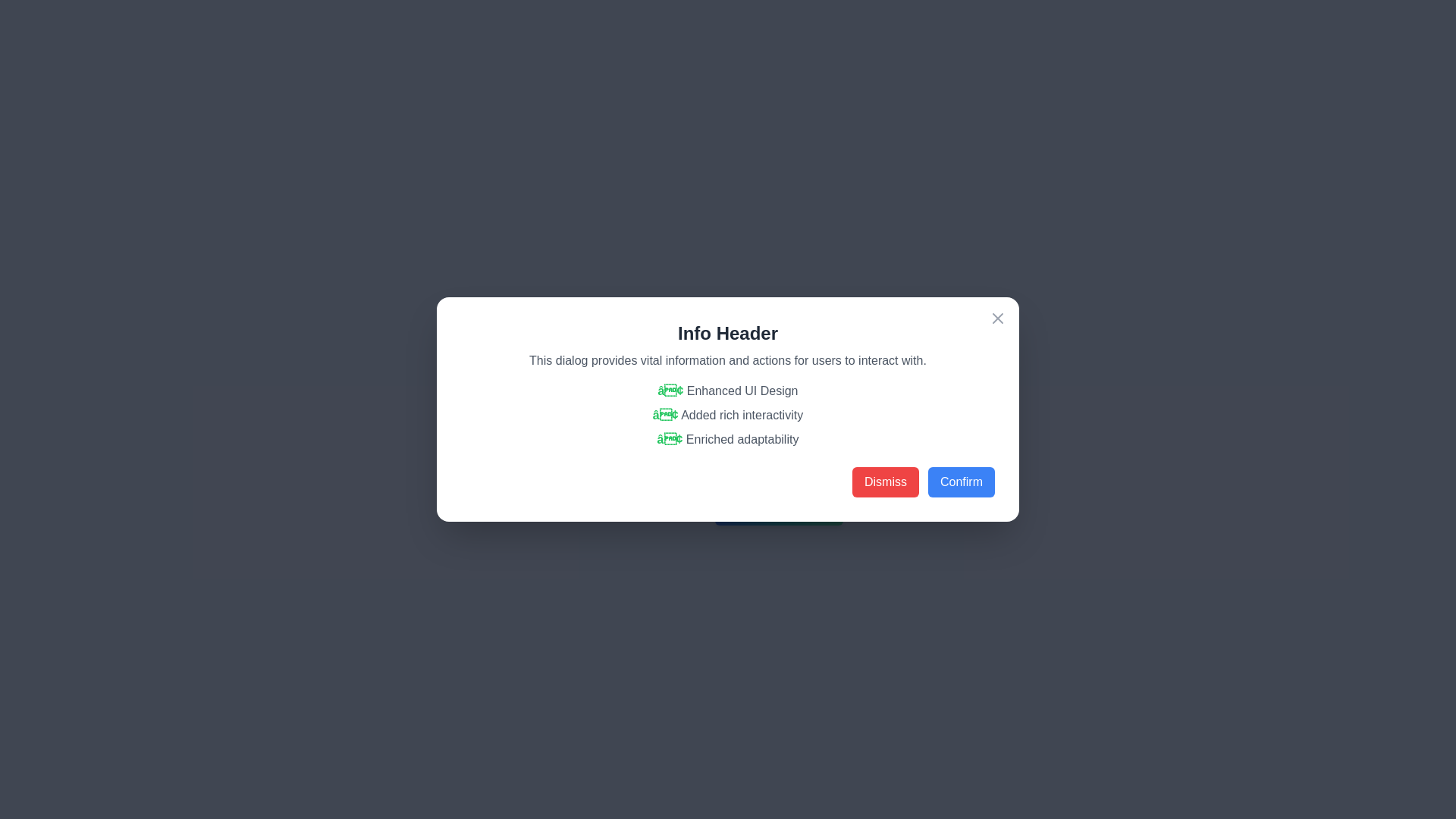 The image size is (1456, 819). Describe the element at coordinates (728, 415) in the screenshot. I see `text of the List with styled bullet points located in the center section of the dialog box, which is positioned above the 'Dismiss' and 'Confirm' buttons` at that location.